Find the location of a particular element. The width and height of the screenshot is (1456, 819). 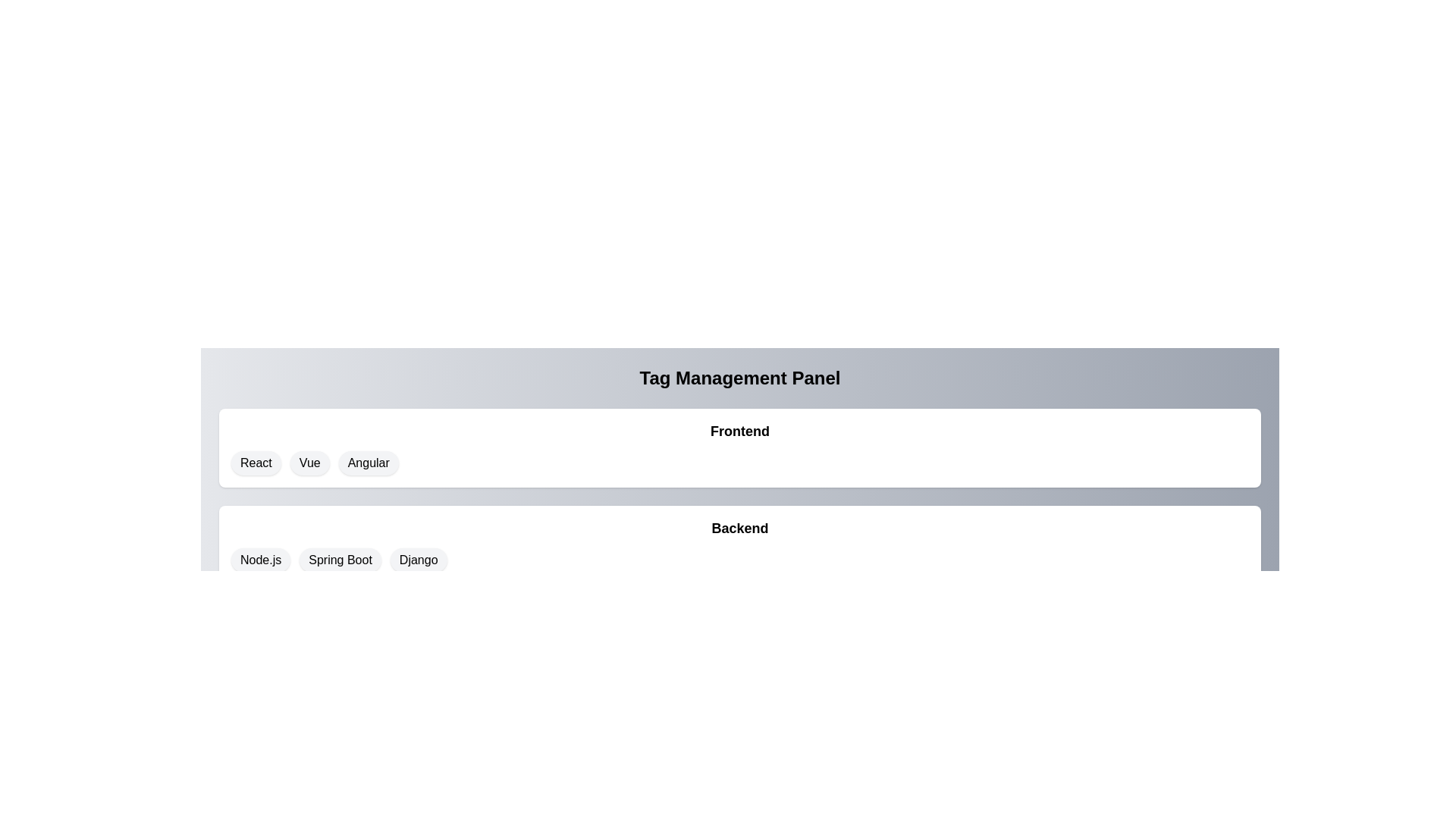

the pill-shaped button labeled 'Angular' is located at coordinates (369, 462).